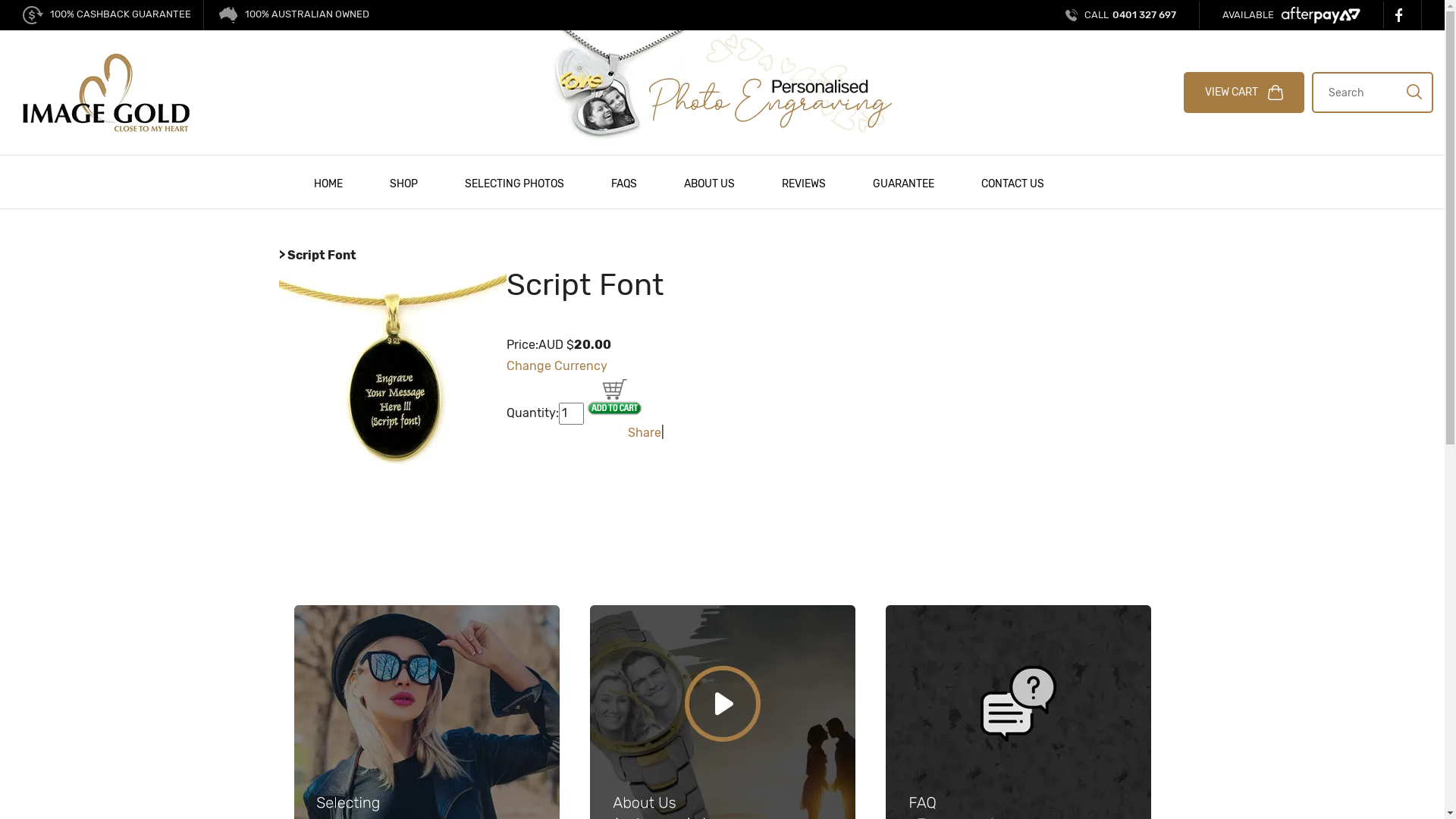 The height and width of the screenshot is (819, 1456). What do you see at coordinates (1018, 736) in the screenshot?
I see `'Read FAQ'` at bounding box center [1018, 736].